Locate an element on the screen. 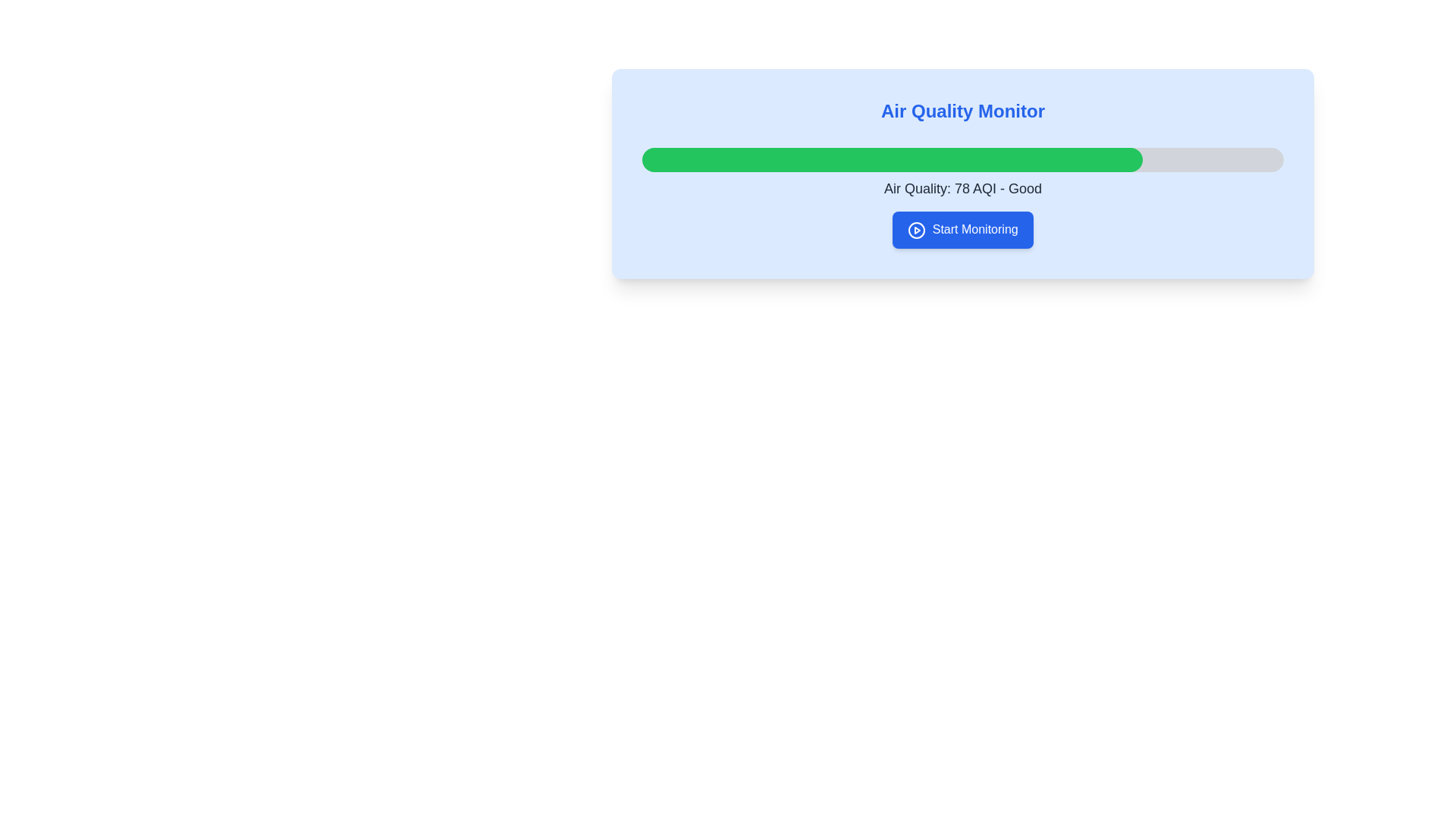 The width and height of the screenshot is (1456, 819). the second progress bar indicating air quality level, labeled as 'Good' with a reading of 78 AQI, located below the title 'Air Quality Monitor' is located at coordinates (962, 160).